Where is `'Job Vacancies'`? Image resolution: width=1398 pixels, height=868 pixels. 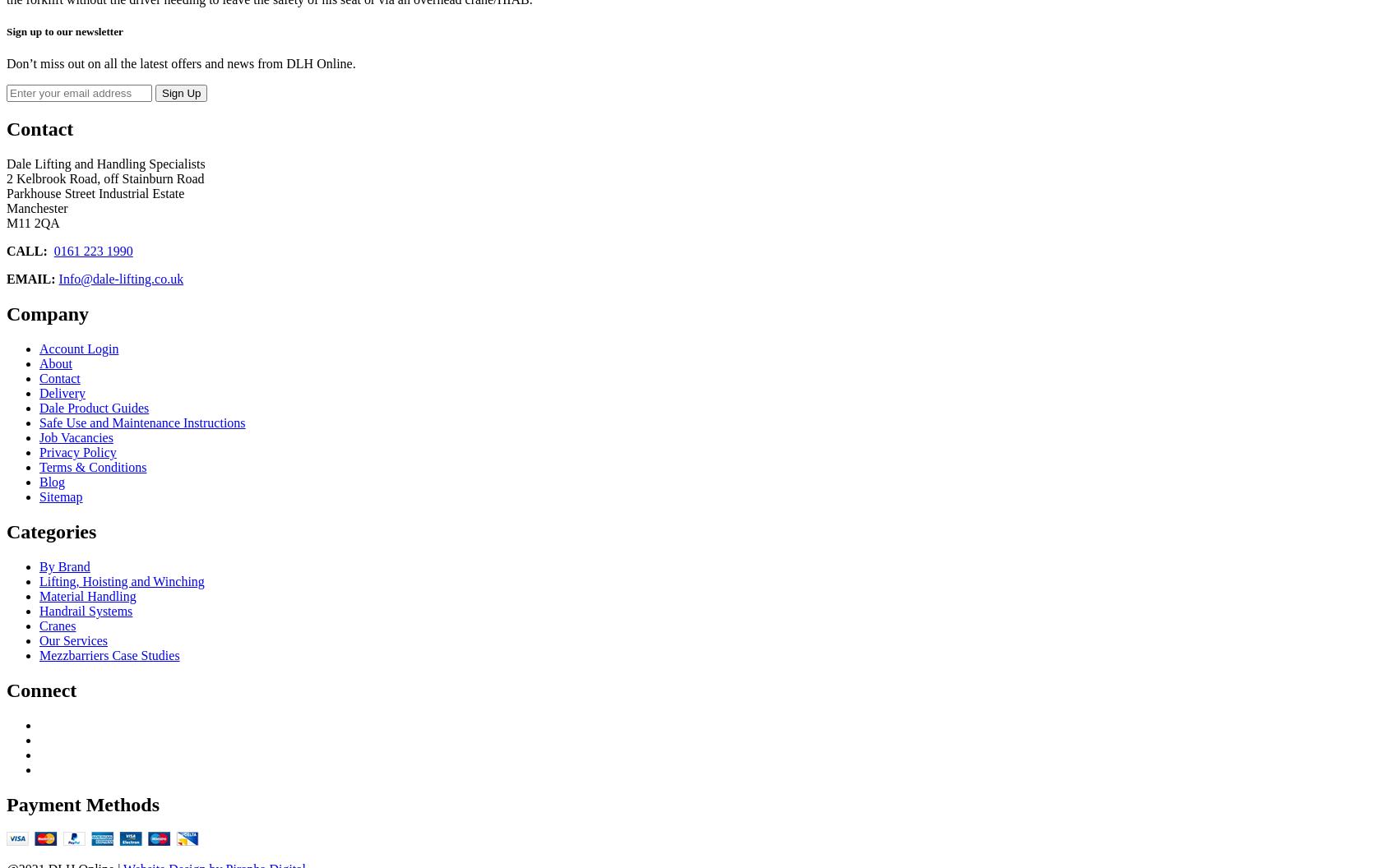
'Job Vacancies' is located at coordinates (39, 437).